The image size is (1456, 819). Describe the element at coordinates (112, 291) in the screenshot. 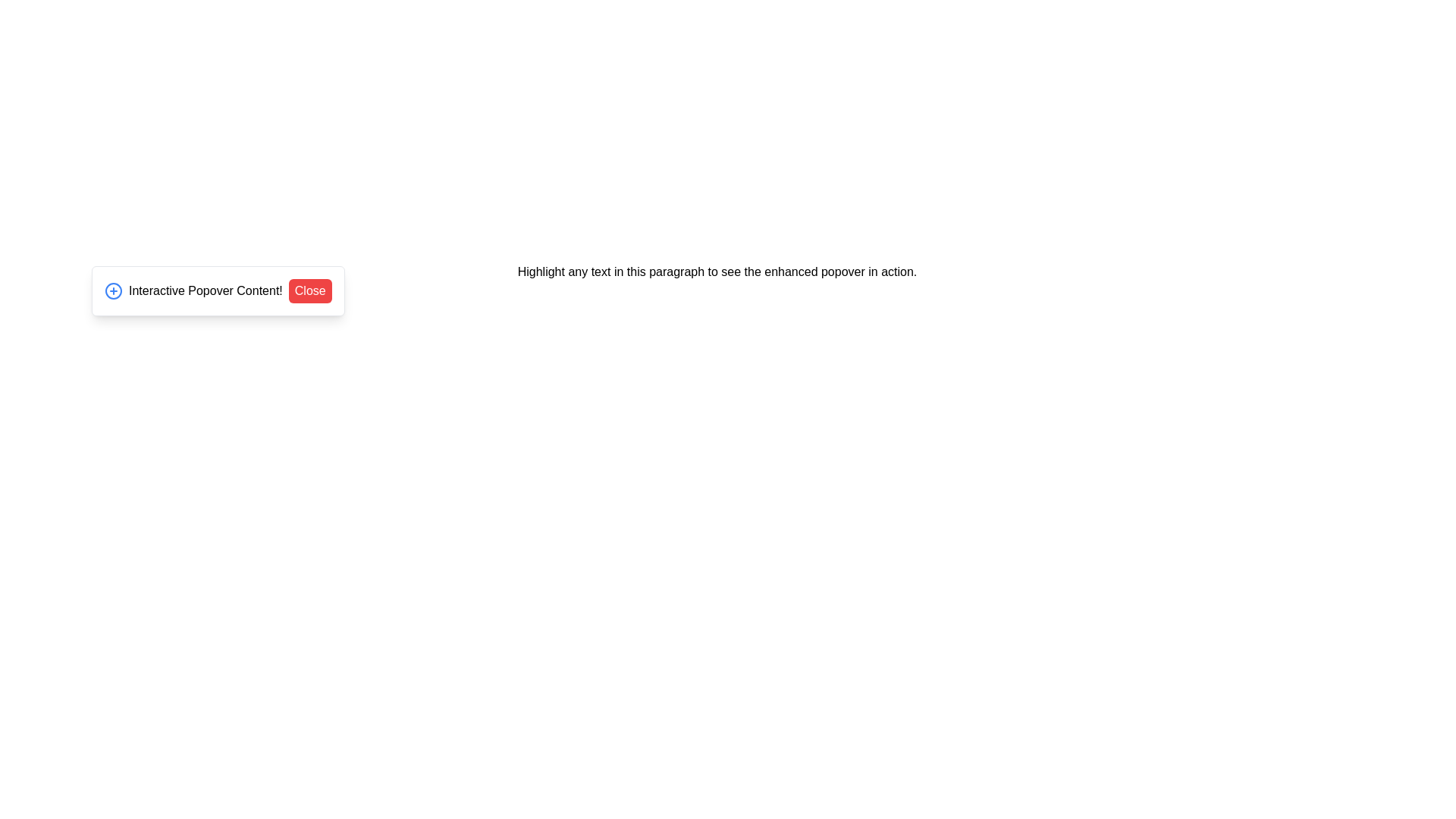

I see `the action button located on the leftmost side of the popover, directly before the text 'Interactive Popover Content!'` at that location.